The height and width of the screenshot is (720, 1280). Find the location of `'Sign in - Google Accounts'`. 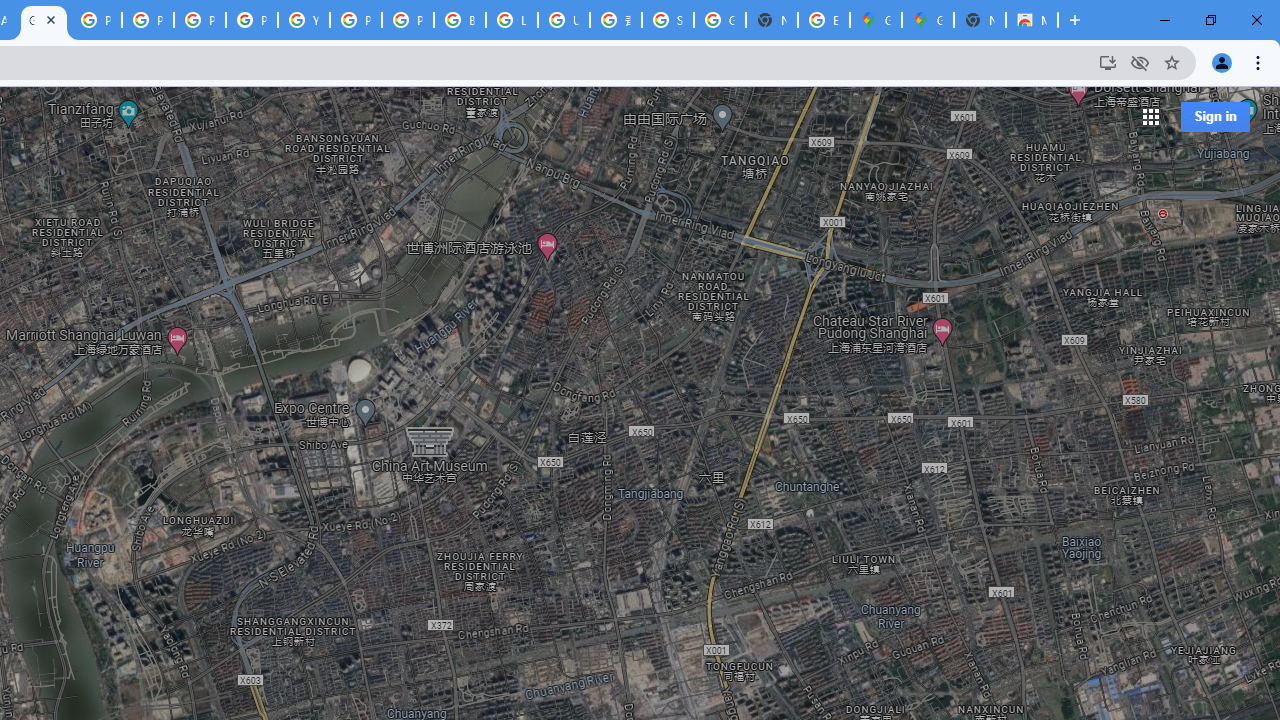

'Sign in - Google Accounts' is located at coordinates (668, 20).